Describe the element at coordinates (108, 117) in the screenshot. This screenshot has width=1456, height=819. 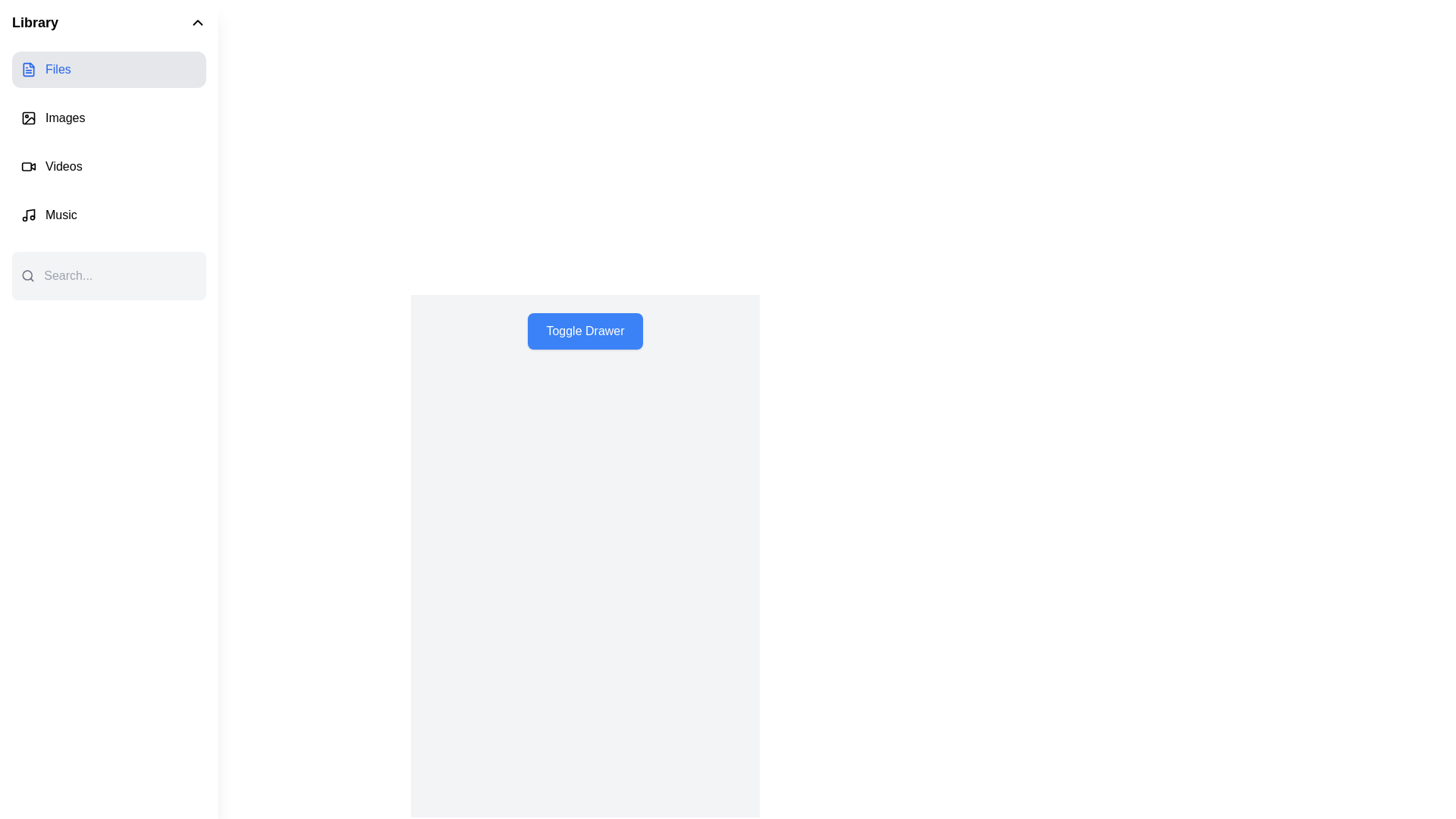
I see `the second menu item in the vertical navigation list located in the side panel, which directs to the images section` at that location.